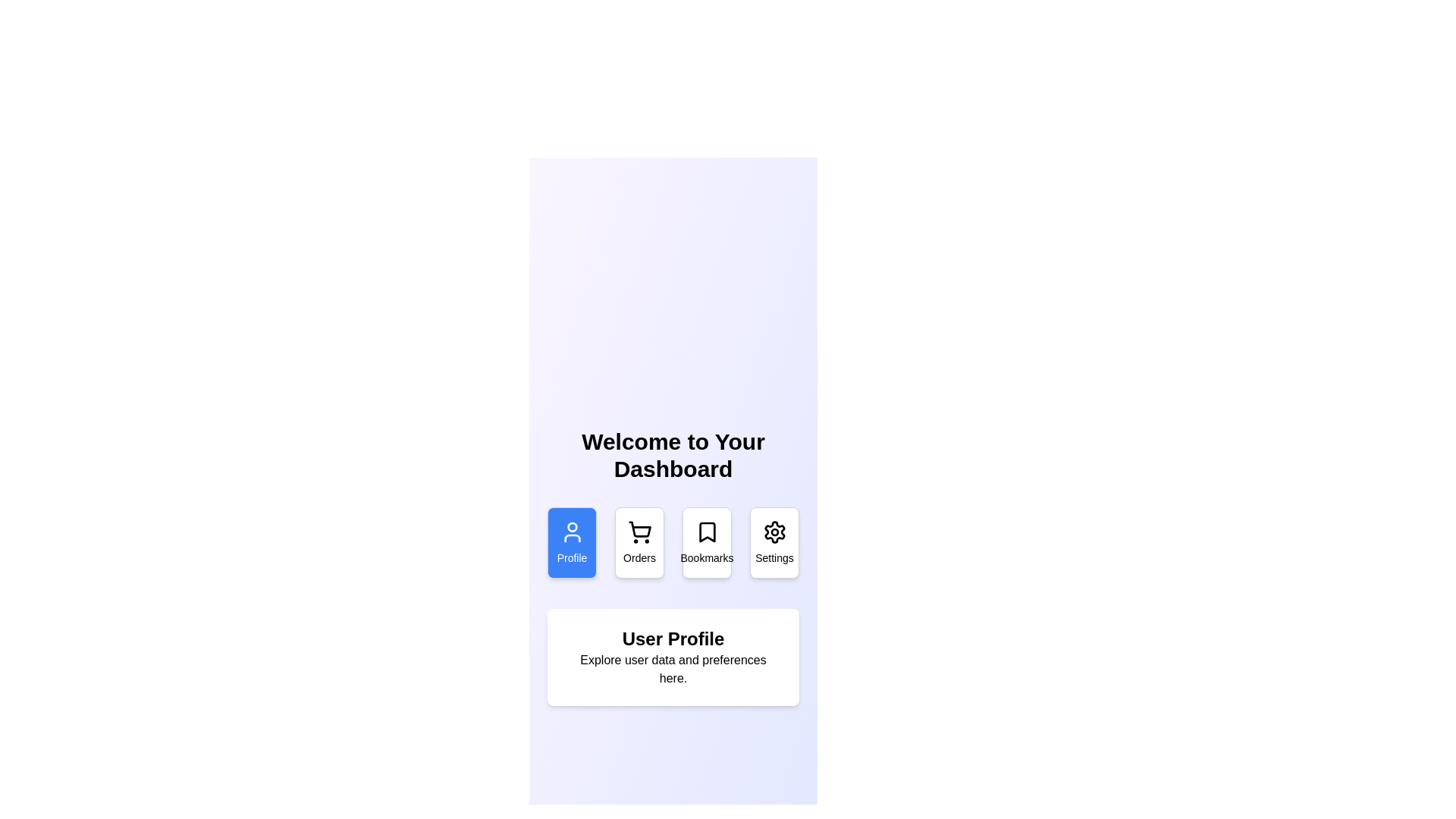  What do you see at coordinates (774, 542) in the screenshot?
I see `the 'Settings' navigation button, which is the rightmost button in a horizontal row` at bounding box center [774, 542].